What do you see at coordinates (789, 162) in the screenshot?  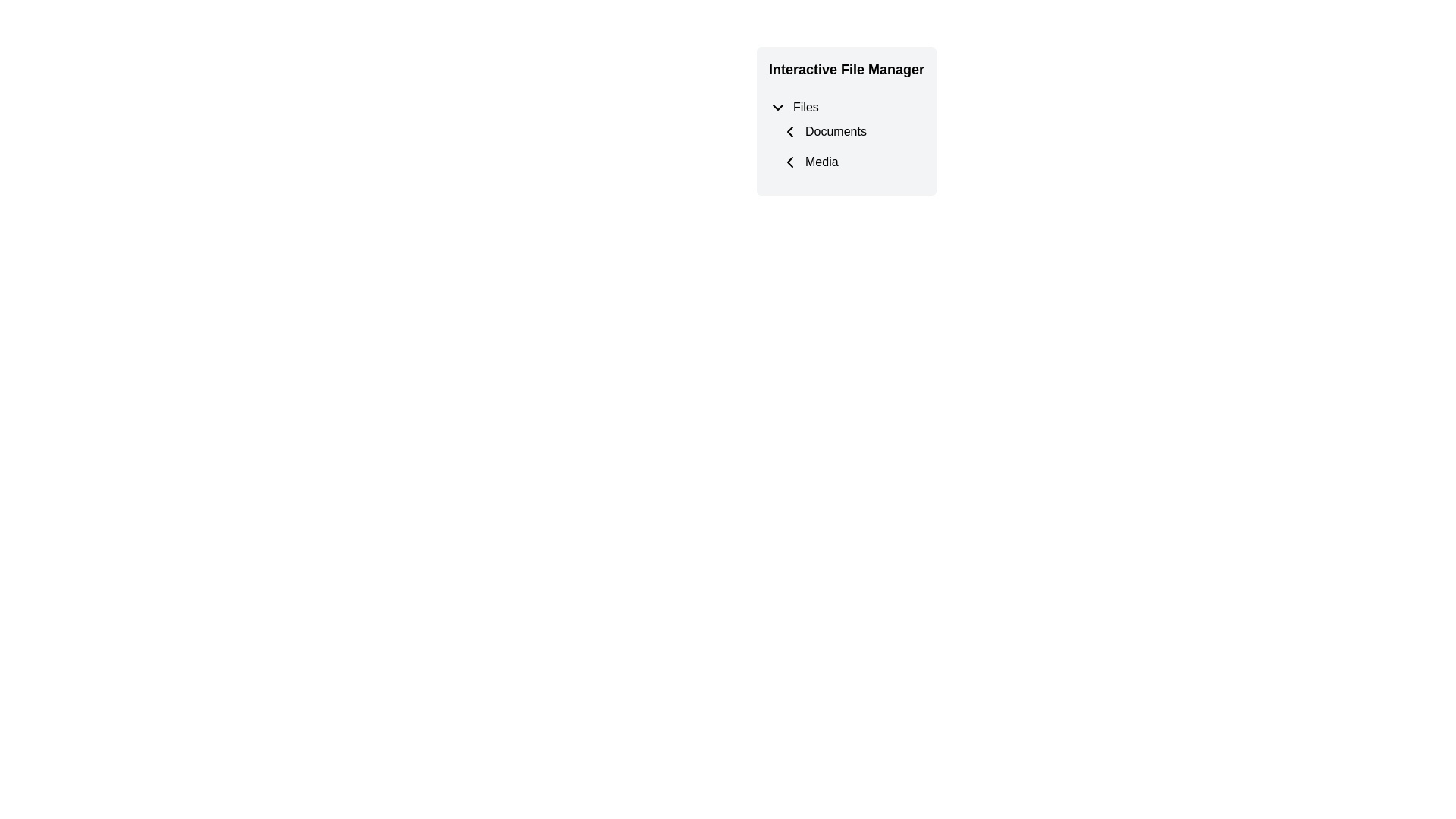 I see `the expandable icon located to the immediate left of the 'Media' text label` at bounding box center [789, 162].